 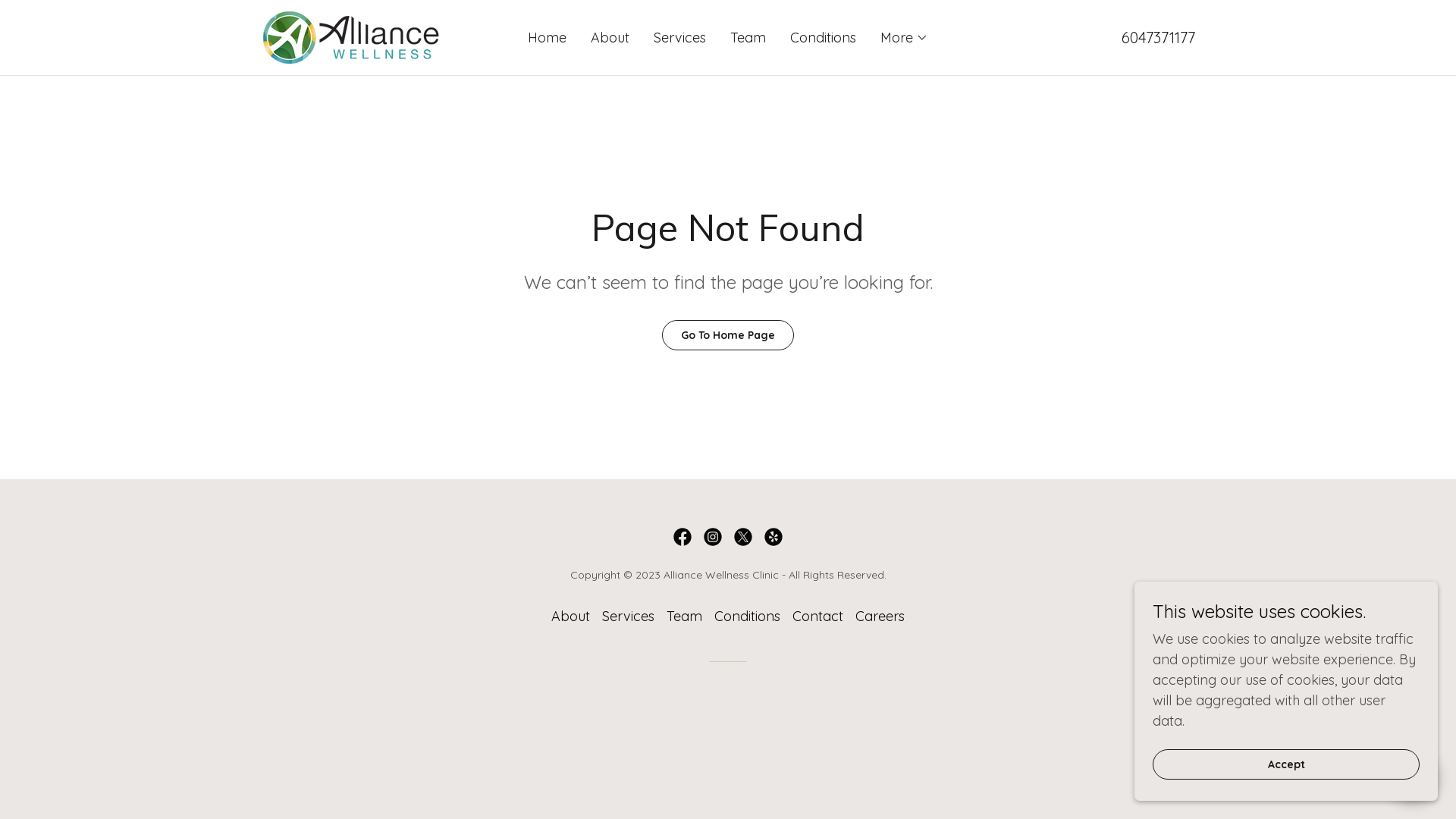 I want to click on 'More', so click(x=904, y=37).